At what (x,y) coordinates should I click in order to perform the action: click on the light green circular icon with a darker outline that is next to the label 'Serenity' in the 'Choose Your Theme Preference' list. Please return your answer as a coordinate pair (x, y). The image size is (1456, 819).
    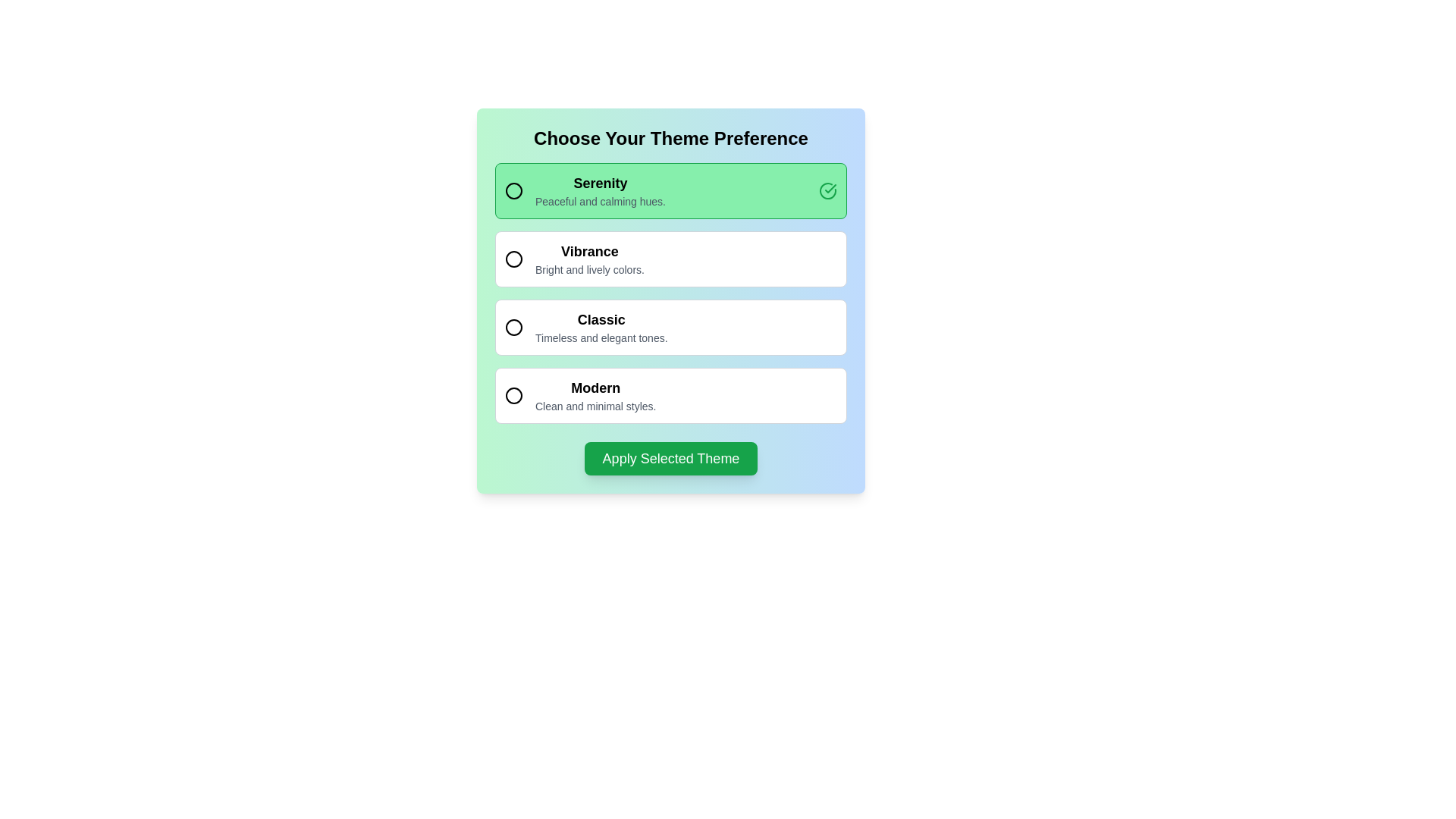
    Looking at the image, I should click on (513, 190).